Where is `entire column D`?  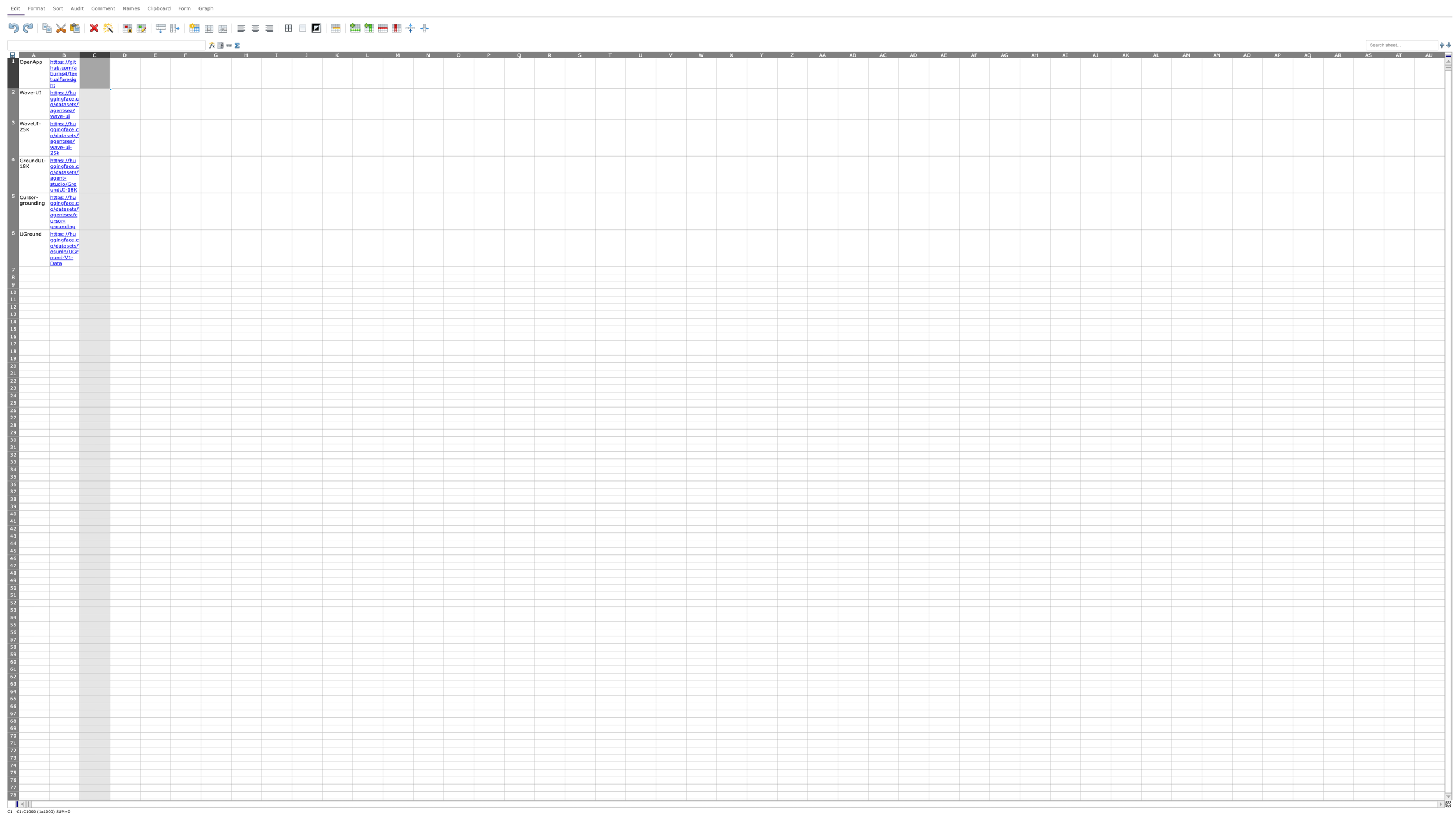
entire column D is located at coordinates (124, 54).